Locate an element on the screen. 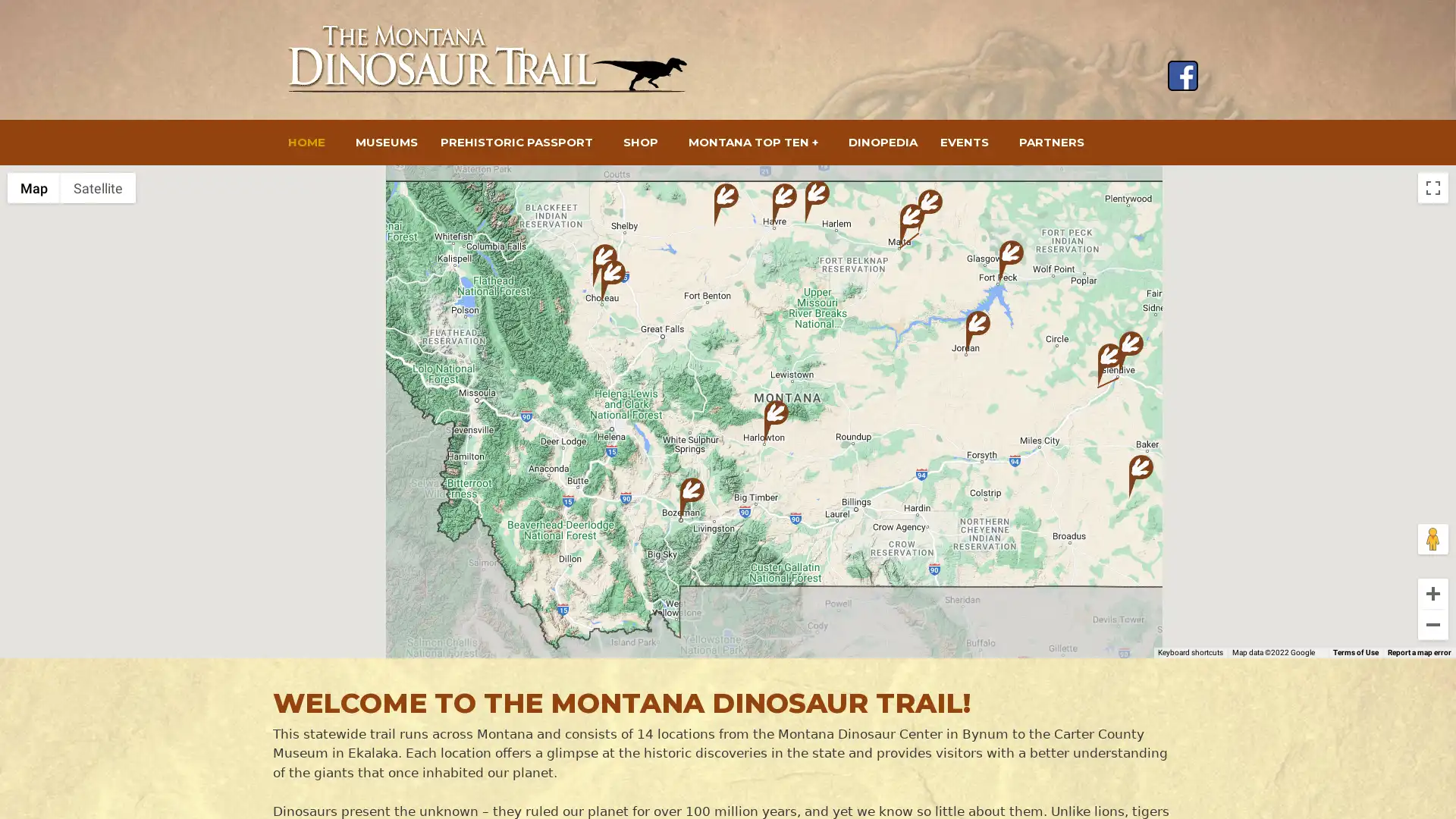 This screenshot has height=819, width=1456. Keyboard shortcuts is located at coordinates (1199, 651).